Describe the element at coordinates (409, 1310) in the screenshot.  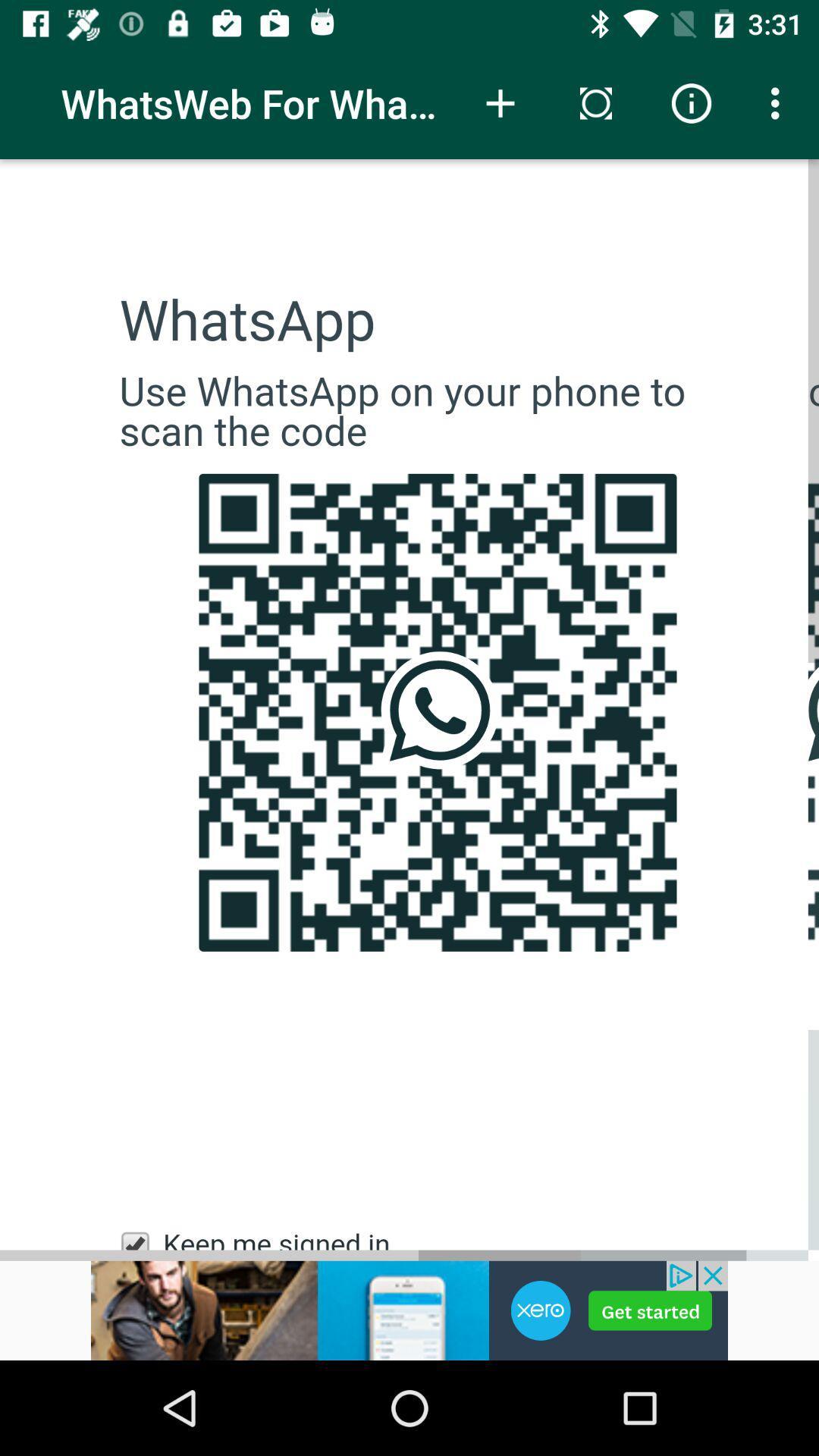
I see `click on advertisement` at that location.